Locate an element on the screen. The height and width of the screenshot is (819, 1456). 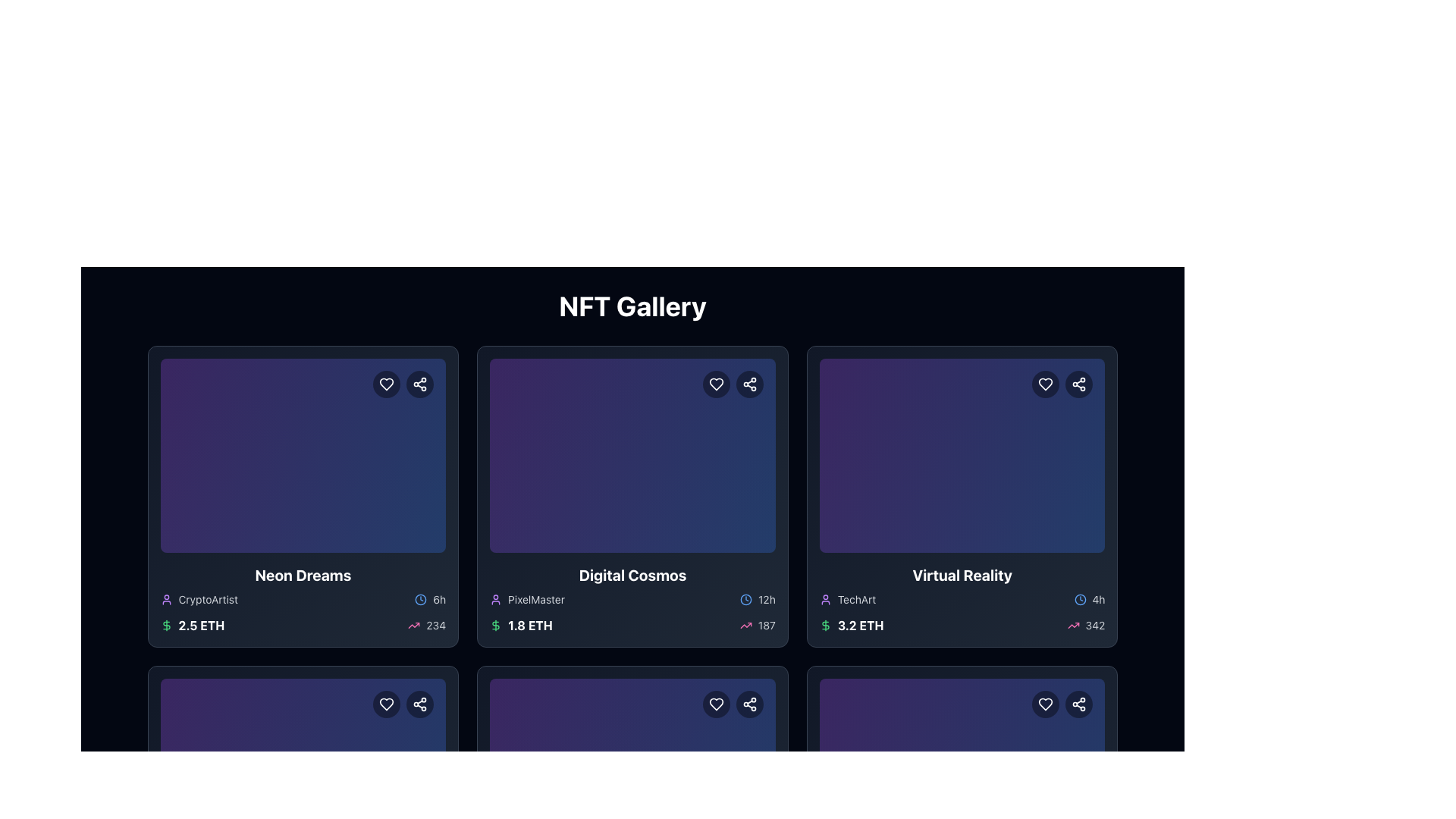
the numeric text element displaying '187', which is styled in gray and located below the top-right corner of the 'Digital Cosmos' card, to the right of a pink upward-trending graph icon is located at coordinates (767, 626).